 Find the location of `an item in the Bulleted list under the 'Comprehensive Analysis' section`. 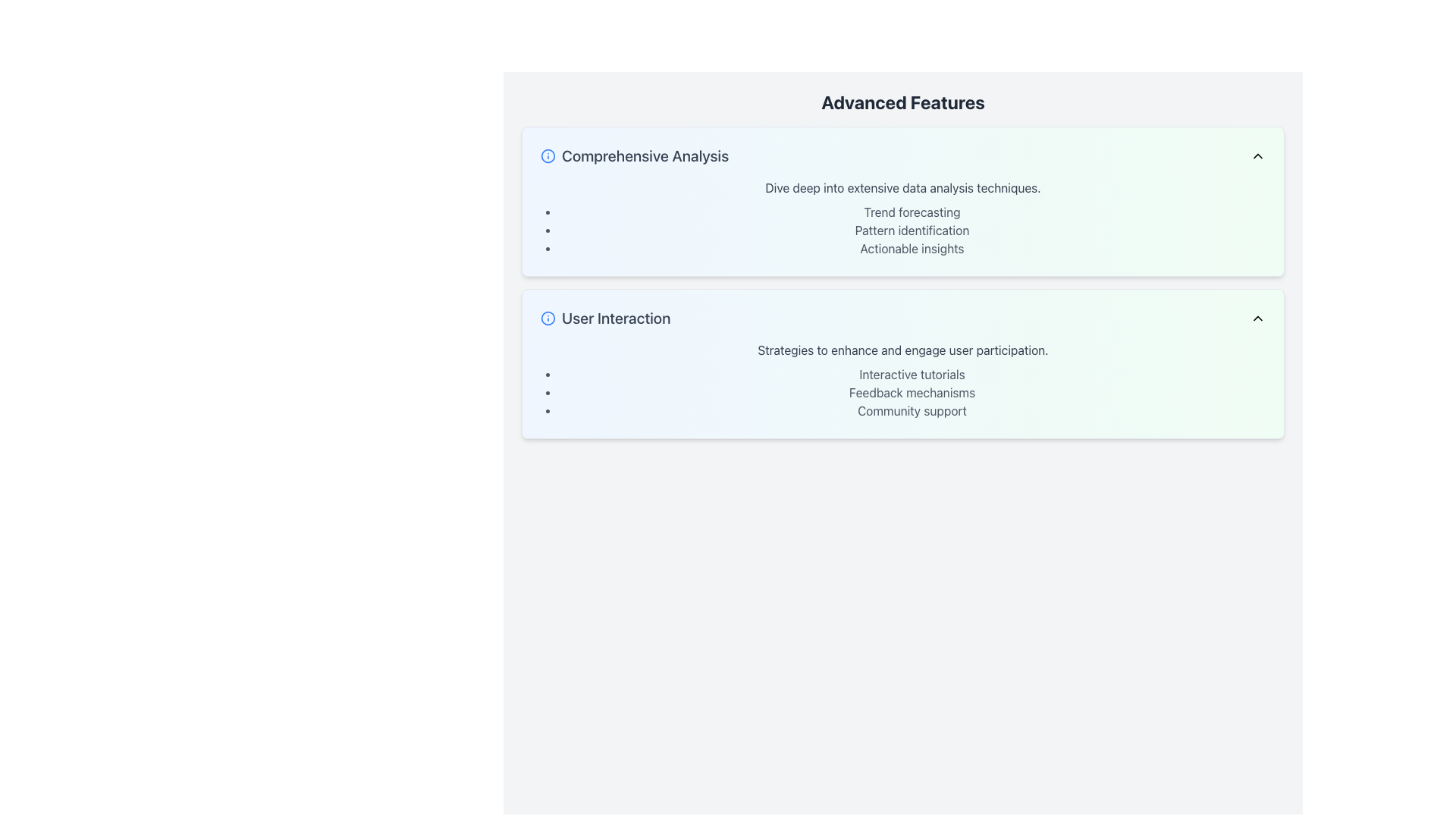

an item in the Bulleted list under the 'Comprehensive Analysis' section is located at coordinates (902, 231).